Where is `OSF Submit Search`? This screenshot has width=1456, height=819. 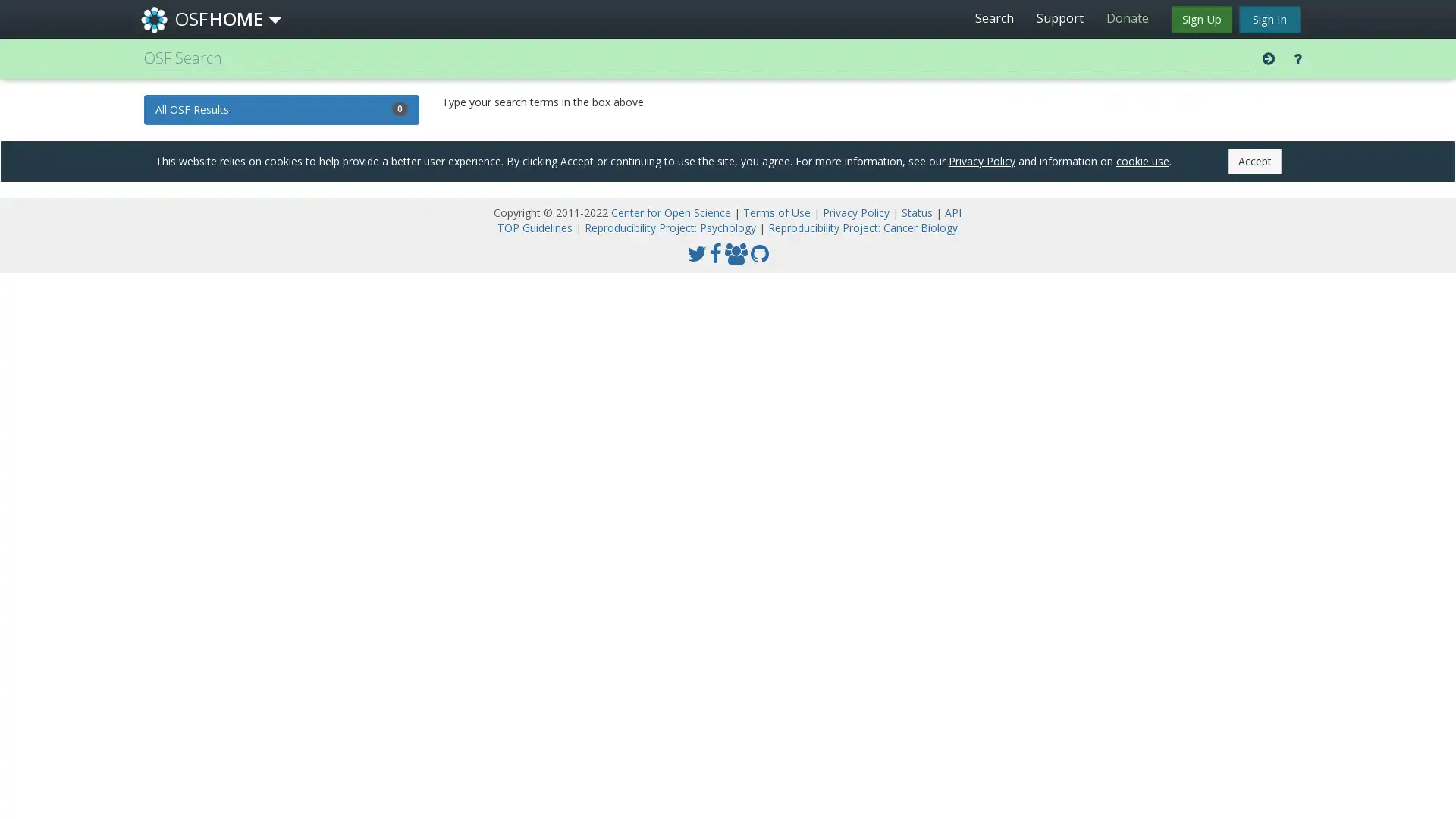
OSF Submit Search is located at coordinates (1269, 58).